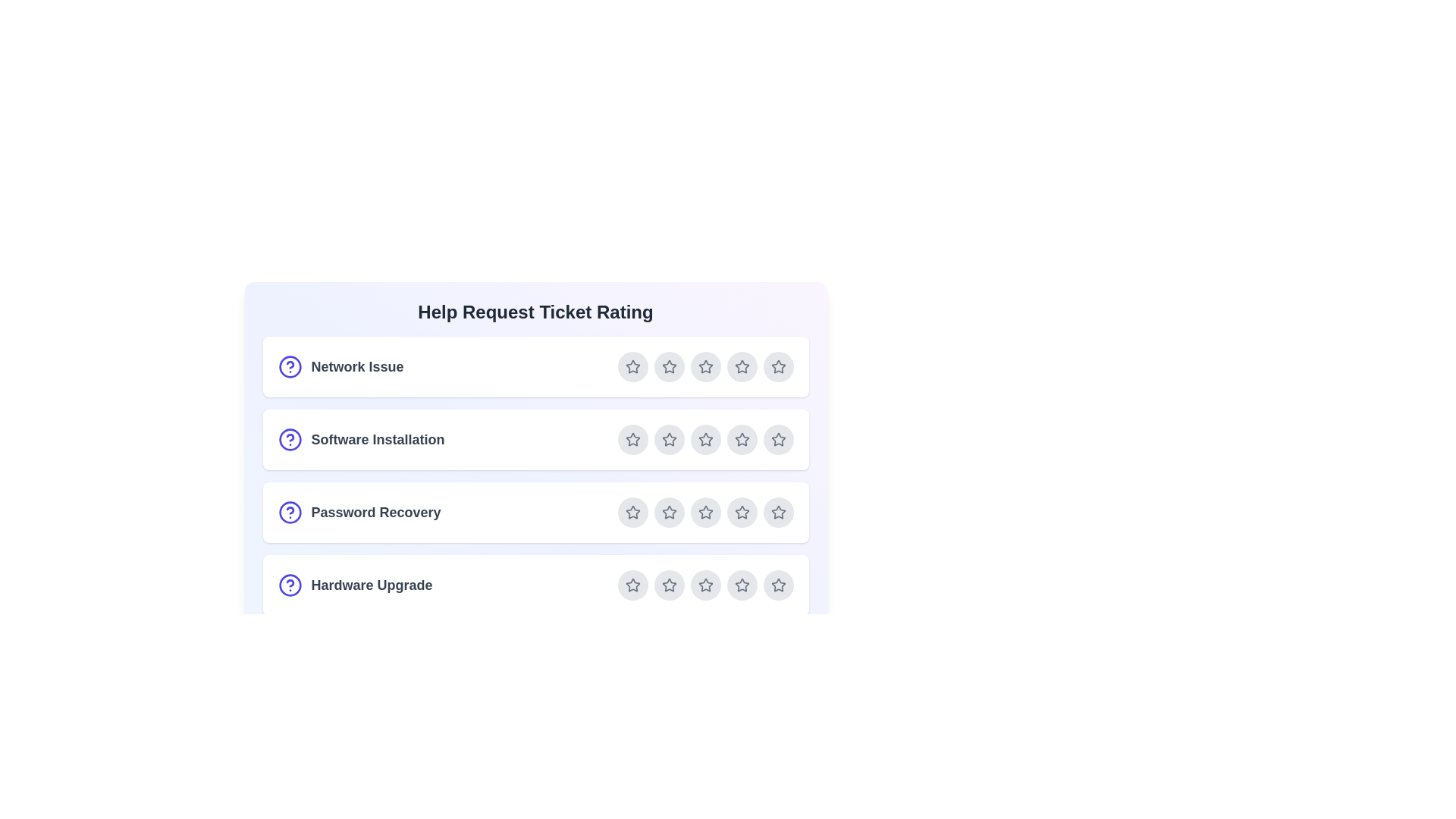  Describe the element at coordinates (778, 366) in the screenshot. I see `the star corresponding to 5 for the ticket Network Issue` at that location.